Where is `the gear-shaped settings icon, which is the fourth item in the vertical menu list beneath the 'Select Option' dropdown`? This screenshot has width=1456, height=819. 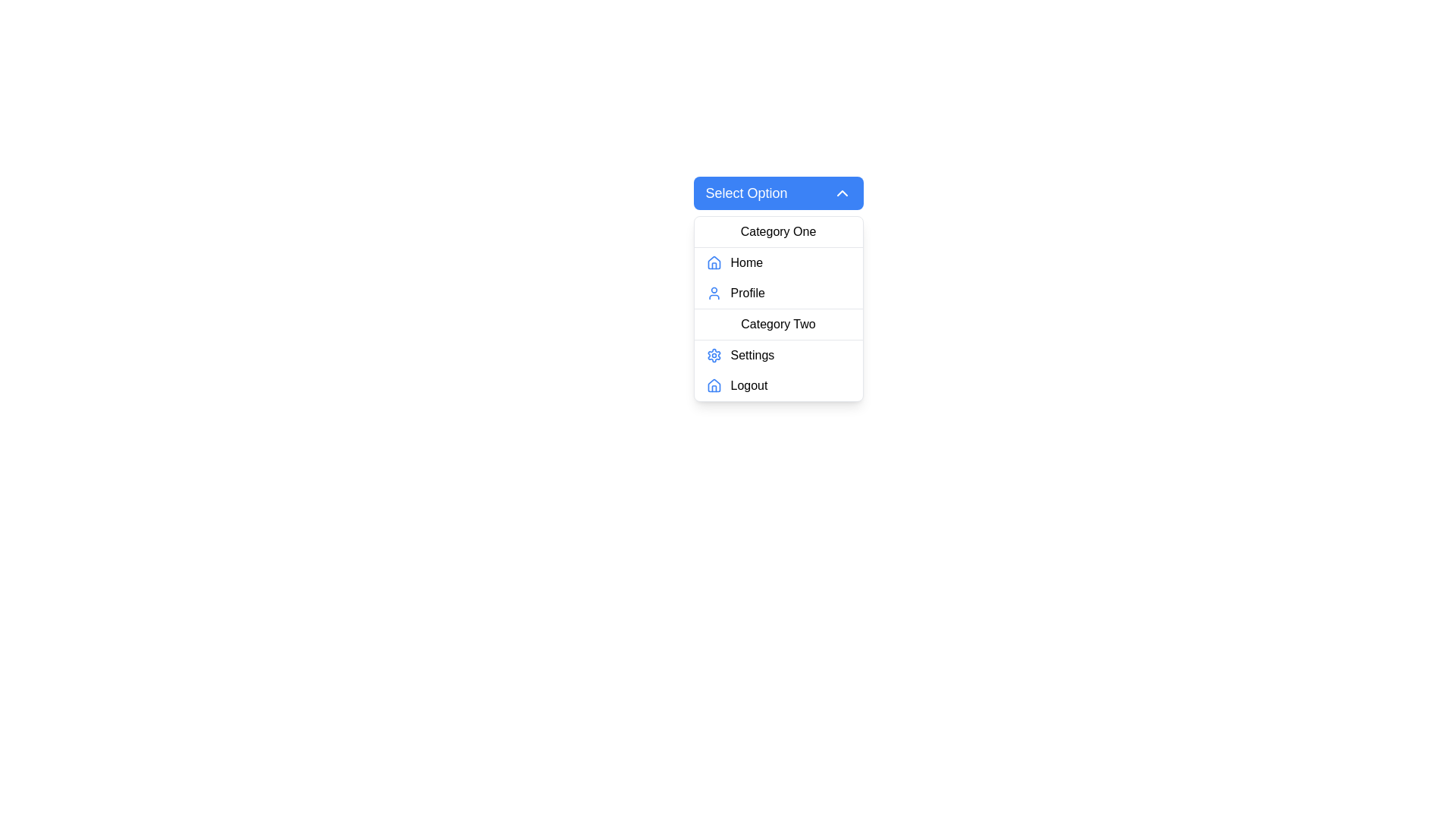 the gear-shaped settings icon, which is the fourth item in the vertical menu list beneath the 'Select Option' dropdown is located at coordinates (713, 356).